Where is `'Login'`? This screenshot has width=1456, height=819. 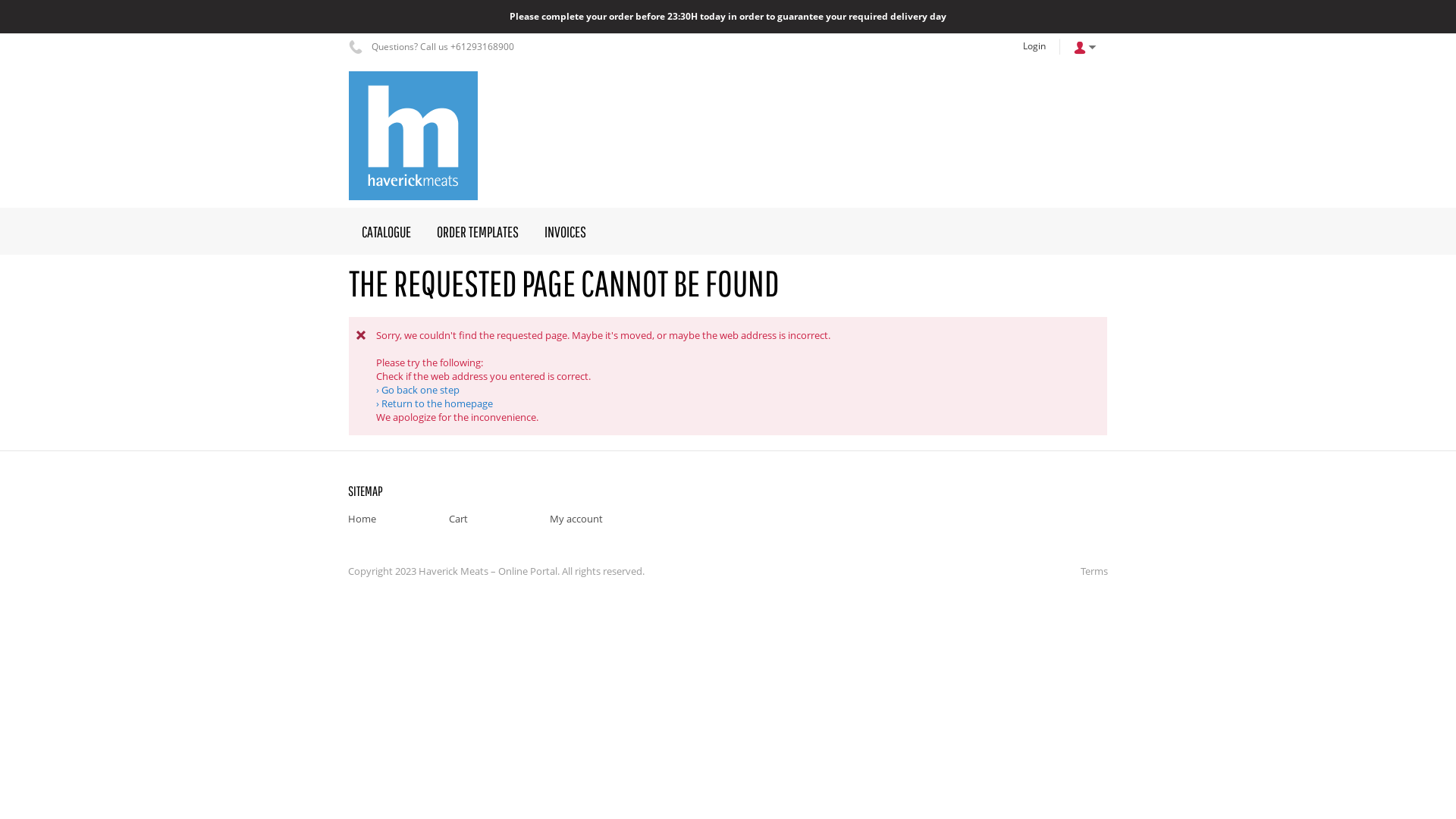 'Login' is located at coordinates (1033, 45).